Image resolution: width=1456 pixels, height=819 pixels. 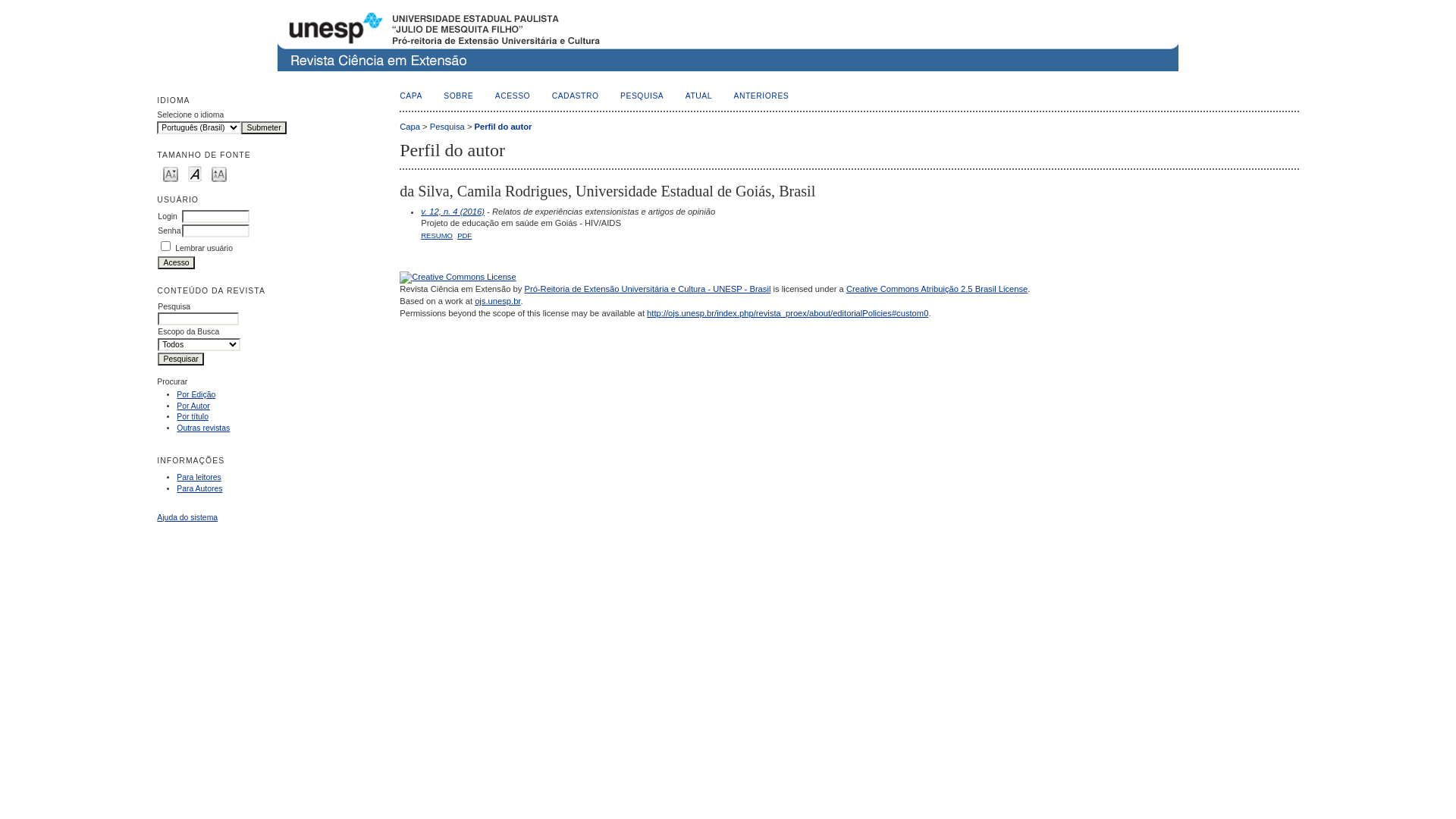 I want to click on 'Acesso', so click(x=157, y=262).